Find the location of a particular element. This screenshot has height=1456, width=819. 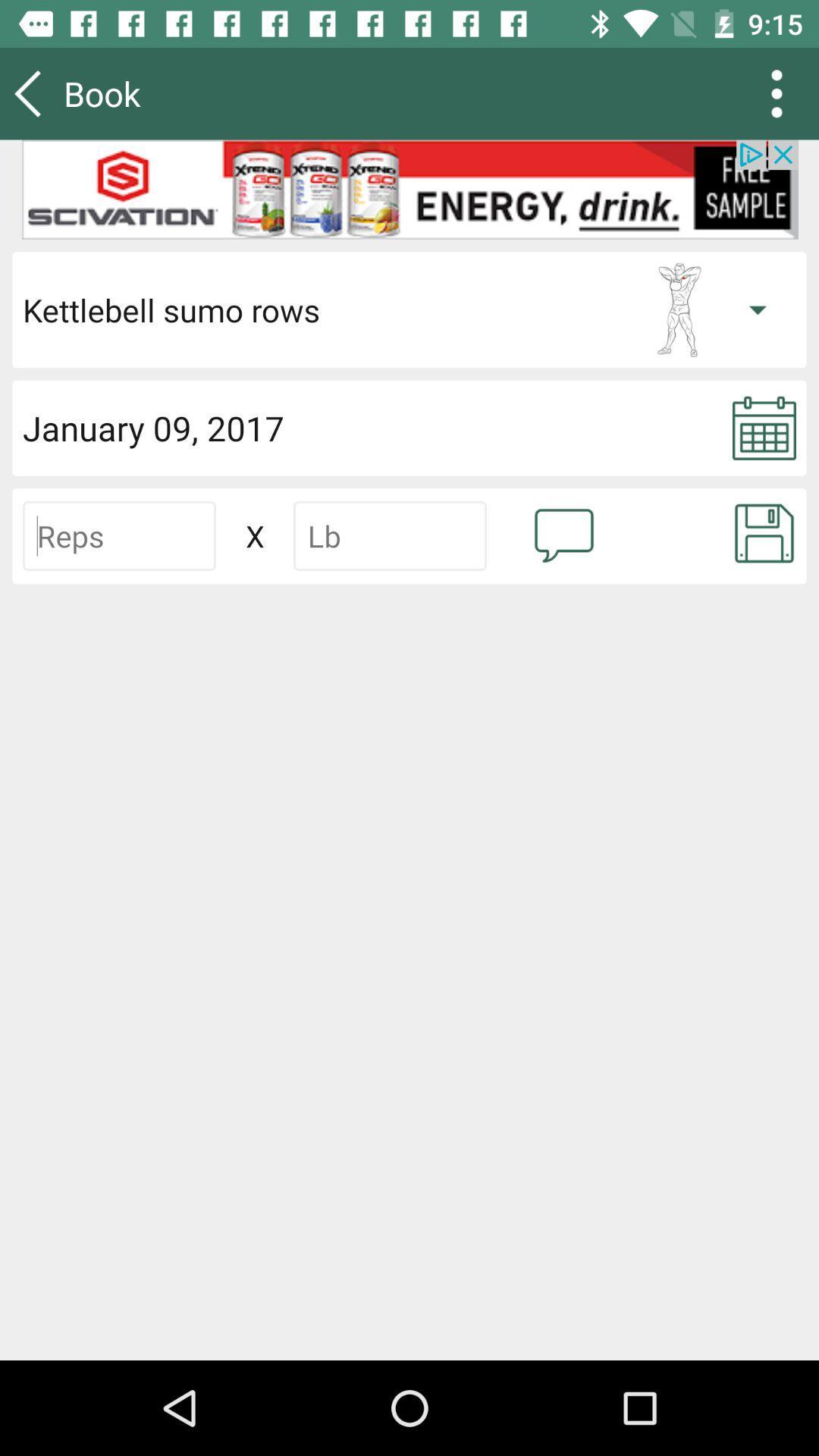

advertisement is located at coordinates (409, 189).